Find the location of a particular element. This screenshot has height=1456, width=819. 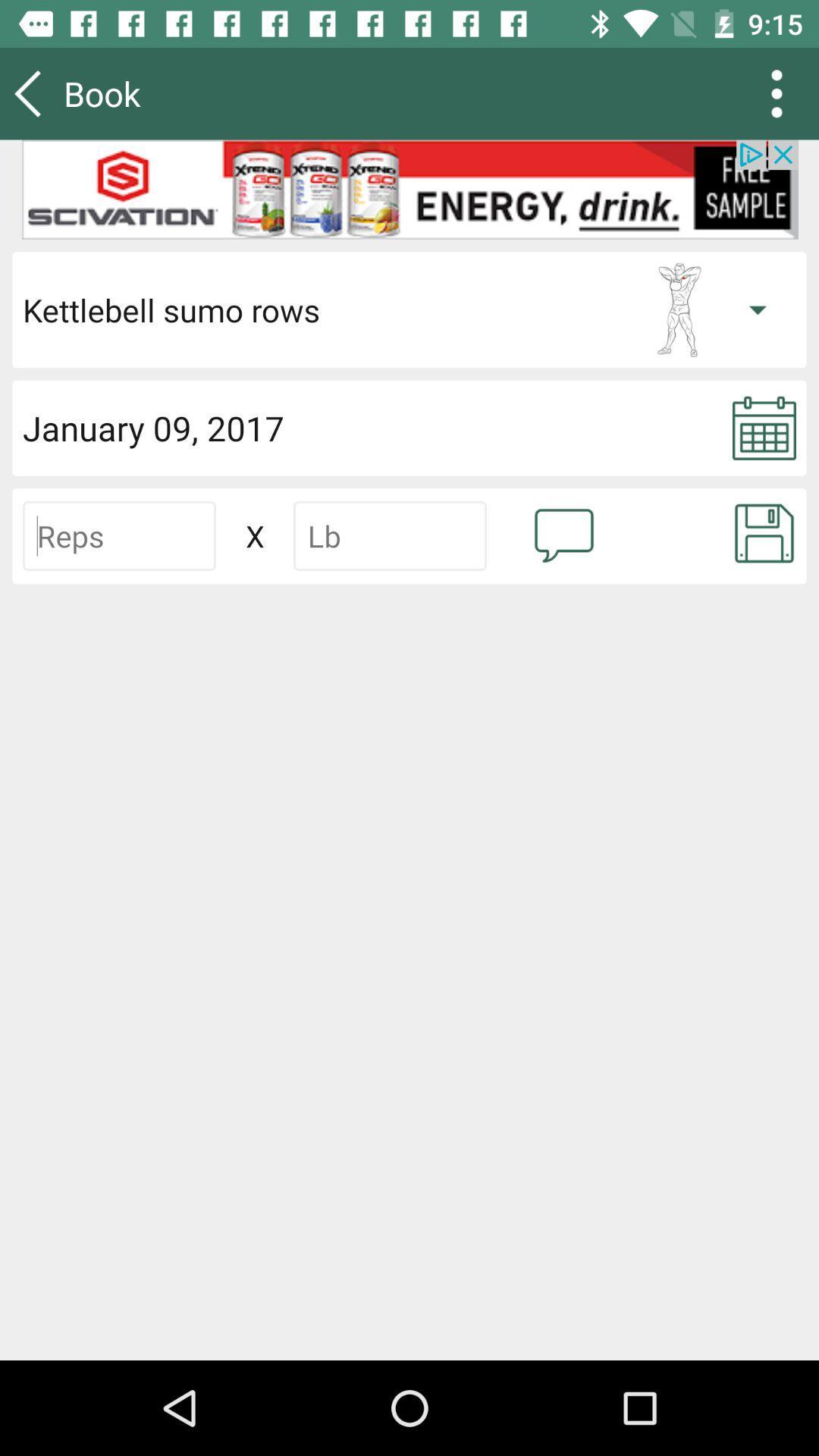

advertisement is located at coordinates (409, 189).